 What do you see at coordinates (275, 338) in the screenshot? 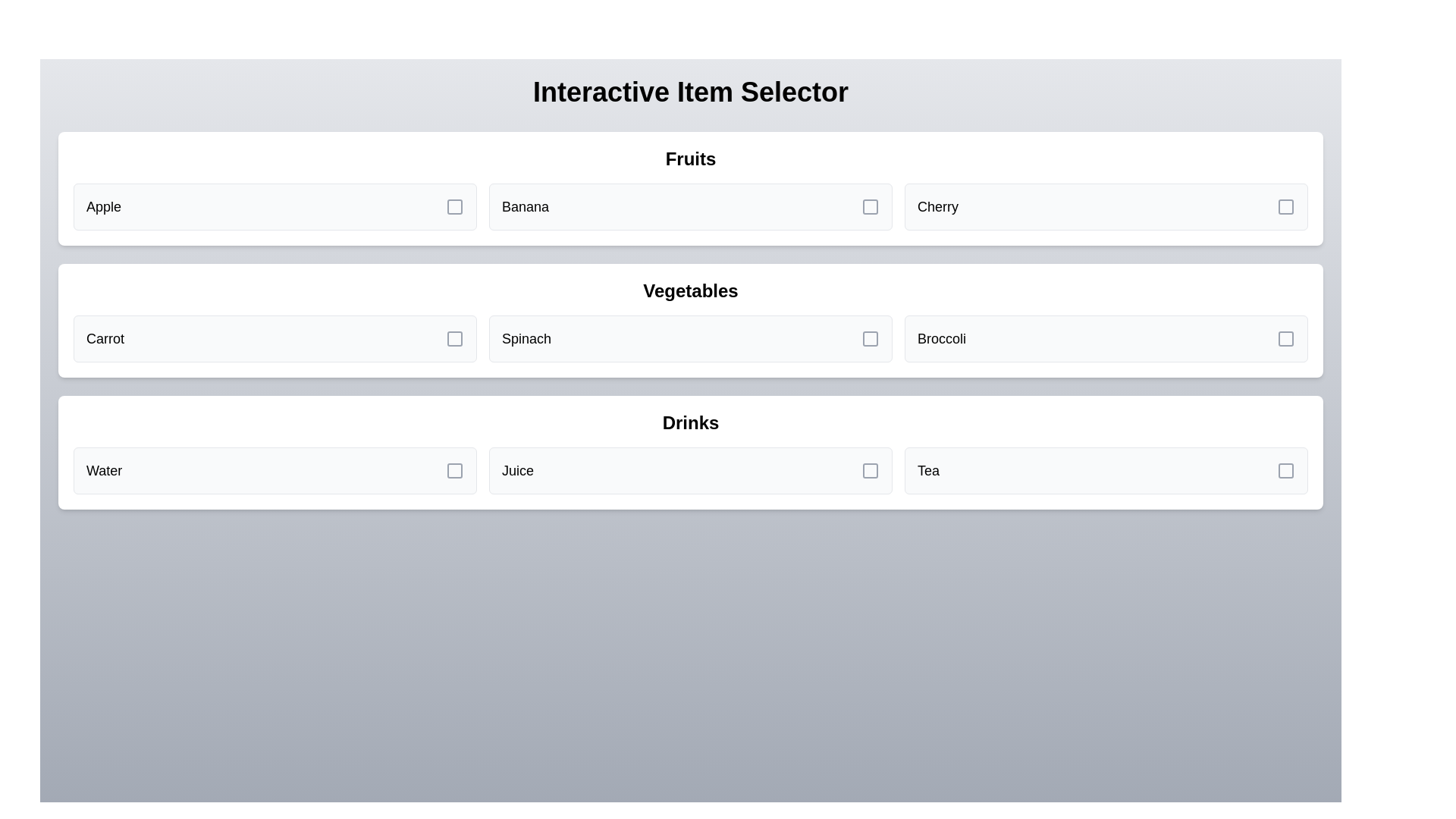
I see `the item Carrot from the grid` at bounding box center [275, 338].